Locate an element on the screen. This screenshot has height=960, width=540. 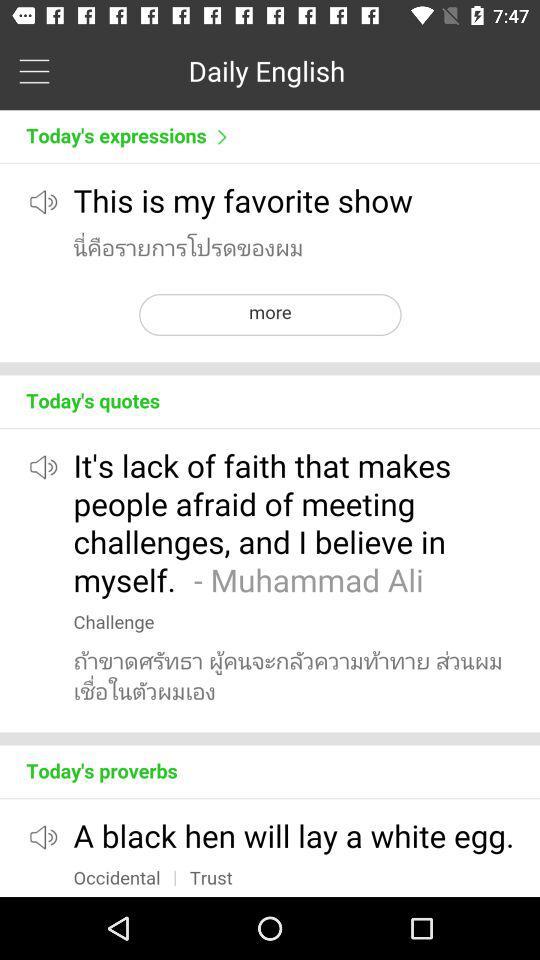
the menu icon is located at coordinates (33, 70).